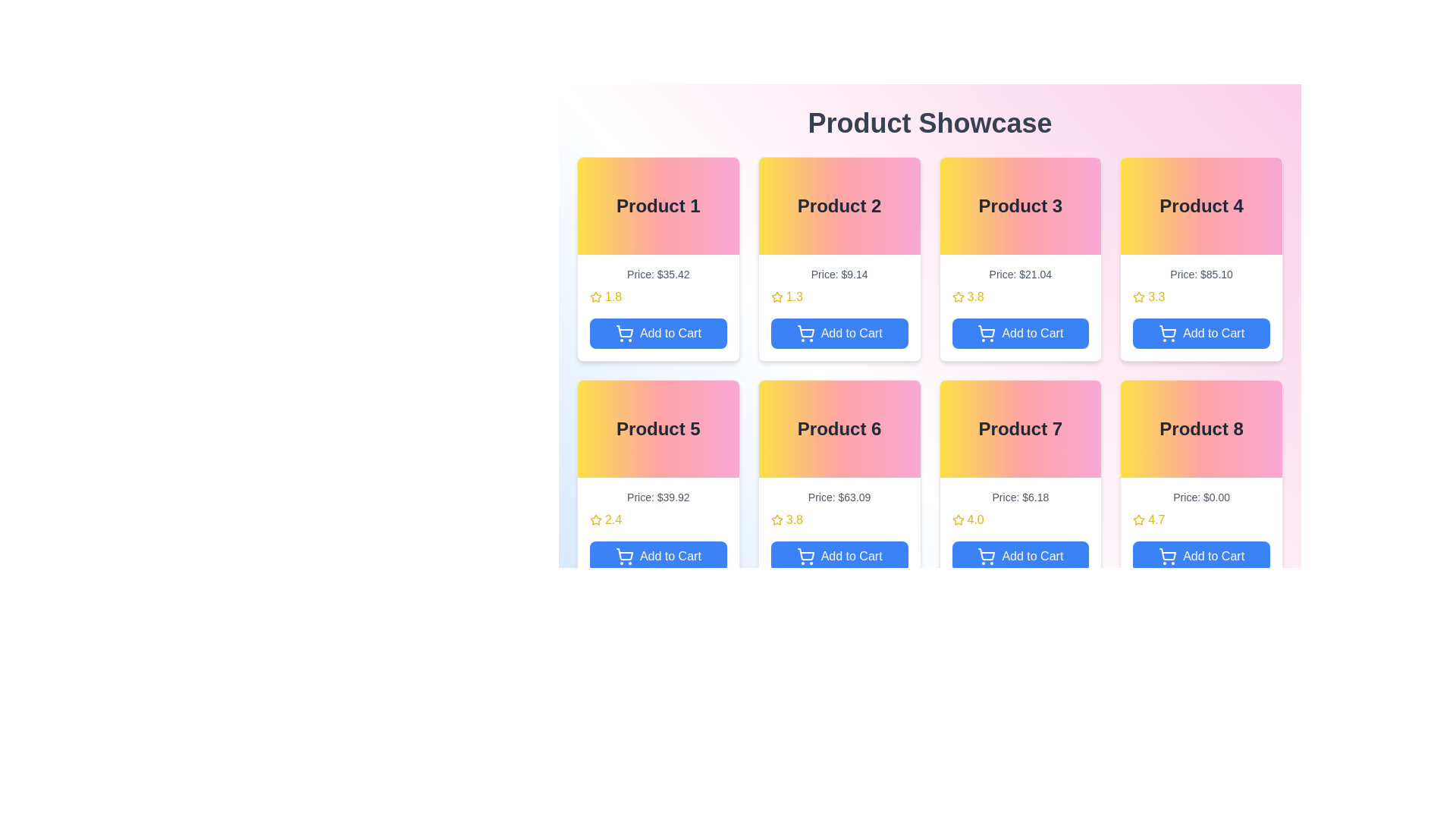 Image resolution: width=1456 pixels, height=819 pixels. Describe the element at coordinates (658, 429) in the screenshot. I see `the text label for 'Product 5', located in the center of the second row, first column of the product grid below the 'Product Showcase' heading` at that location.